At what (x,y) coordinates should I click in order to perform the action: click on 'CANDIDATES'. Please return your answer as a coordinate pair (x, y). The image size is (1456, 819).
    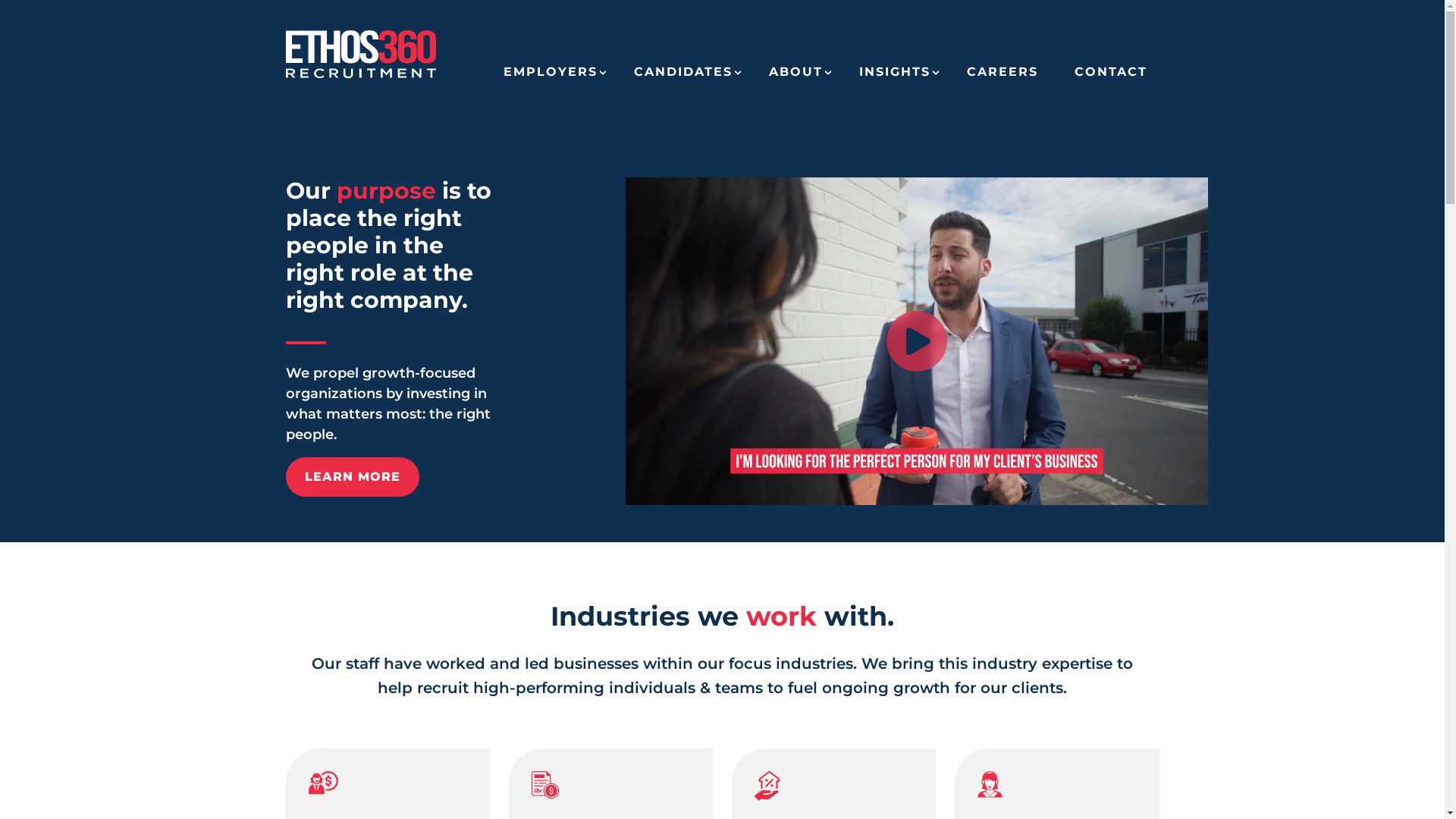
    Looking at the image, I should click on (682, 77).